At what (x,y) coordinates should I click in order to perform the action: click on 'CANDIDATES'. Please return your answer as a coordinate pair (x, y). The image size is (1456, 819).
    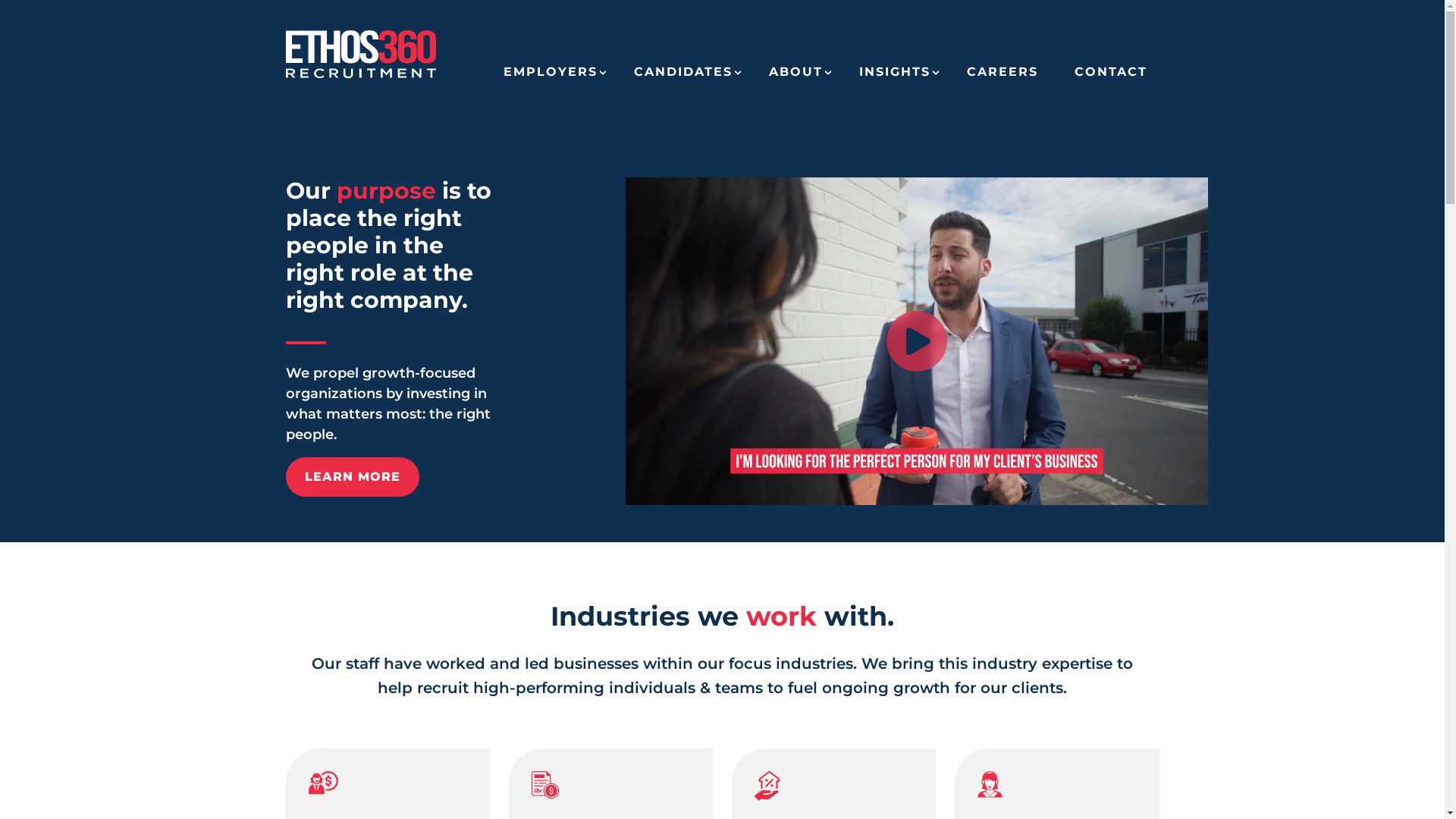
    Looking at the image, I should click on (682, 77).